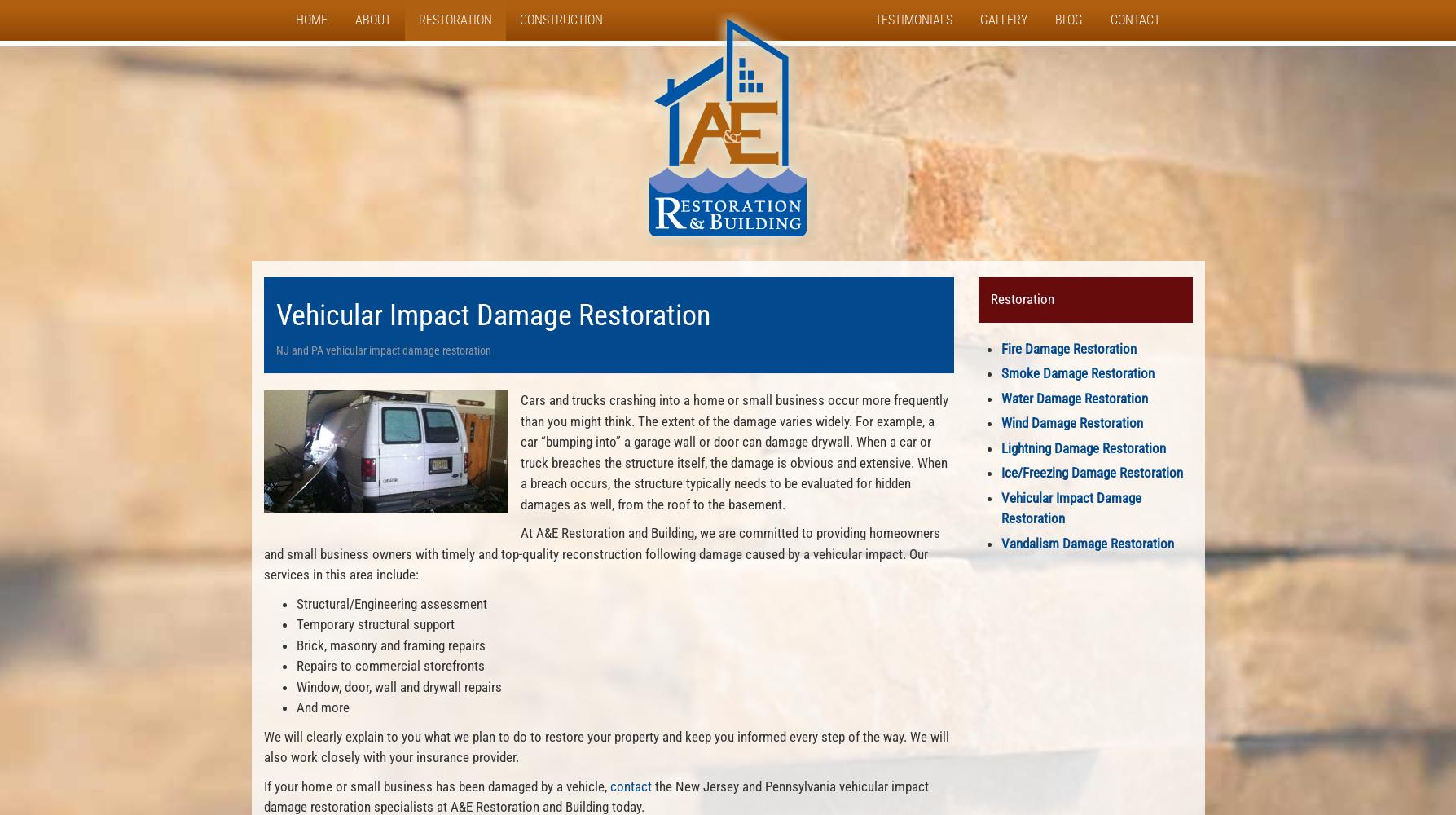 This screenshot has width=1456, height=815. Describe the element at coordinates (390, 602) in the screenshot. I see `'Structural/Engineering assessment'` at that location.